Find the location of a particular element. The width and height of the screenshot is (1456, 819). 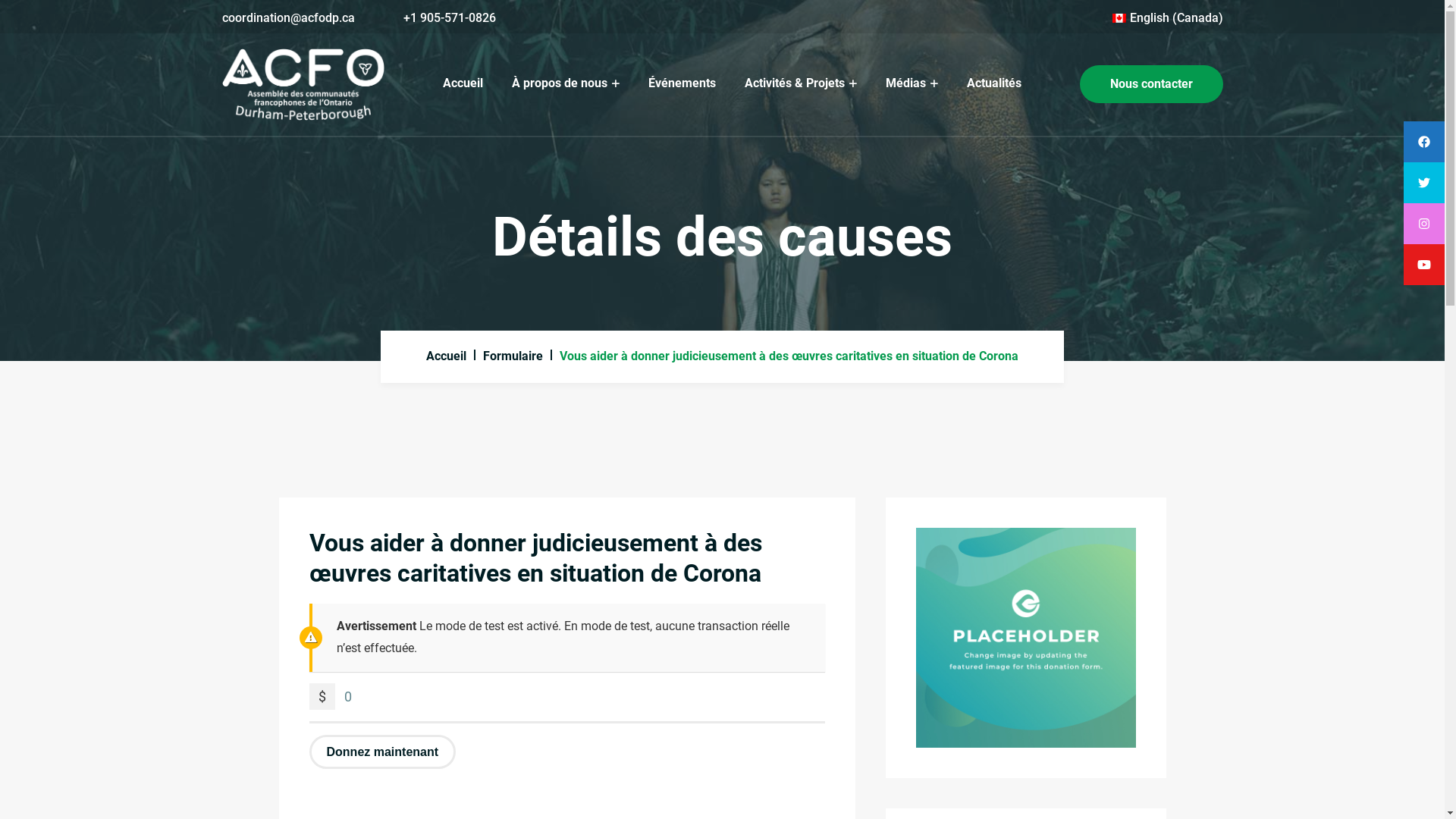

'Accueil' is located at coordinates (445, 356).